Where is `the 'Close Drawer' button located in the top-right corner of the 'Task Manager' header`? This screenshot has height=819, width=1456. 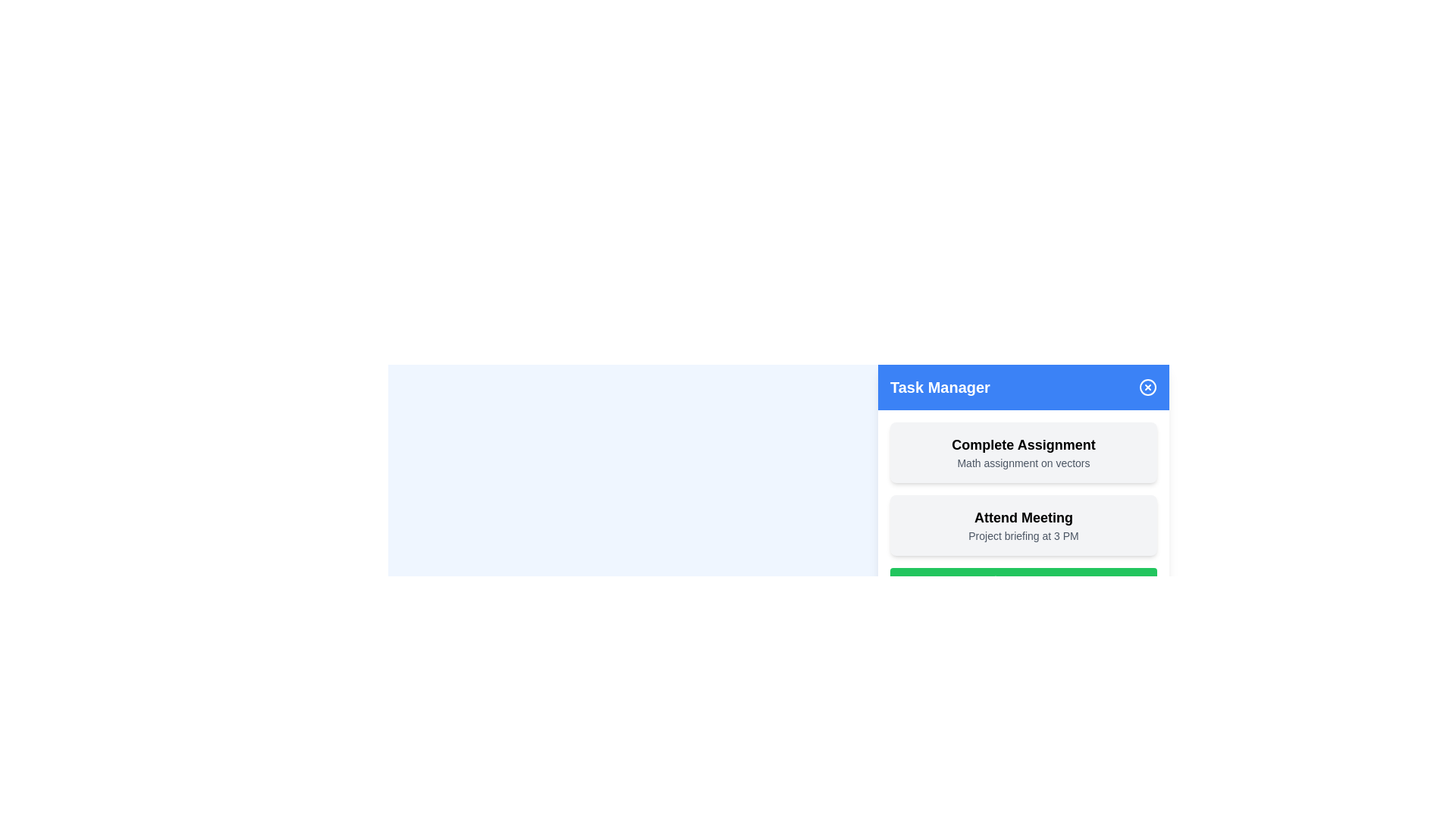 the 'Close Drawer' button located in the top-right corner of the 'Task Manager' header is located at coordinates (1147, 386).